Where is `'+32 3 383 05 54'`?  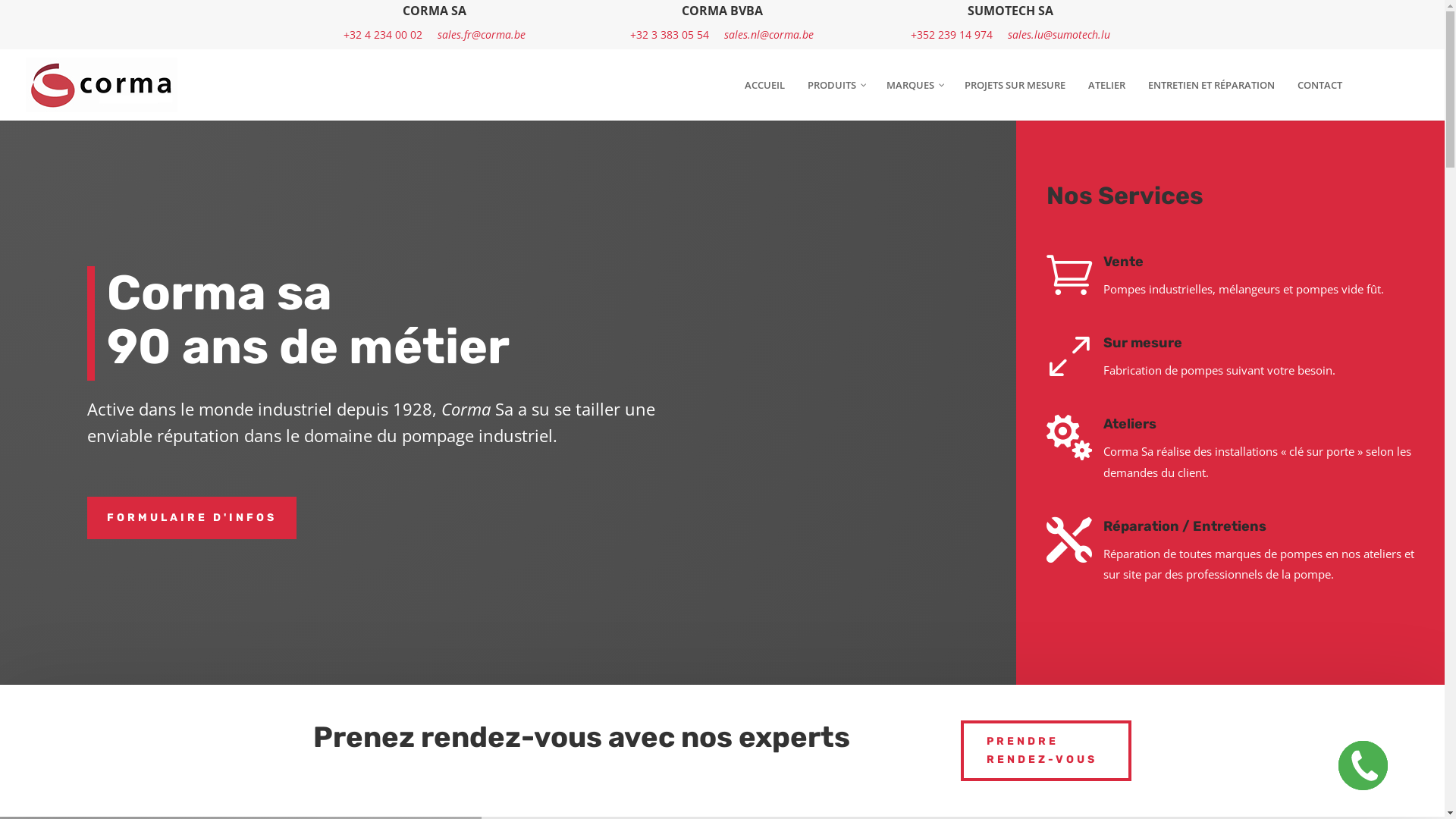 '+32 3 383 05 54' is located at coordinates (669, 34).